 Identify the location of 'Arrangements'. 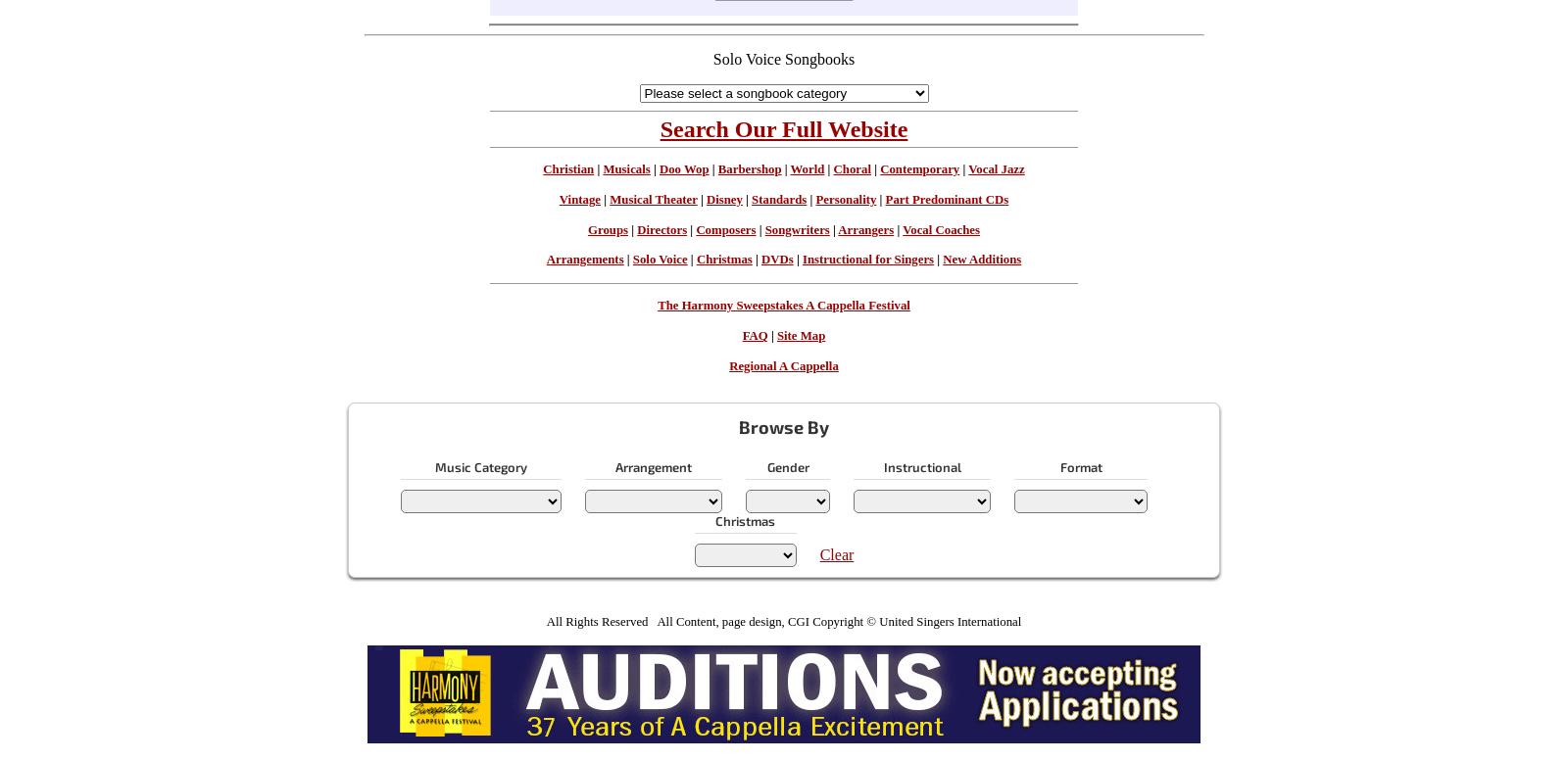
(583, 260).